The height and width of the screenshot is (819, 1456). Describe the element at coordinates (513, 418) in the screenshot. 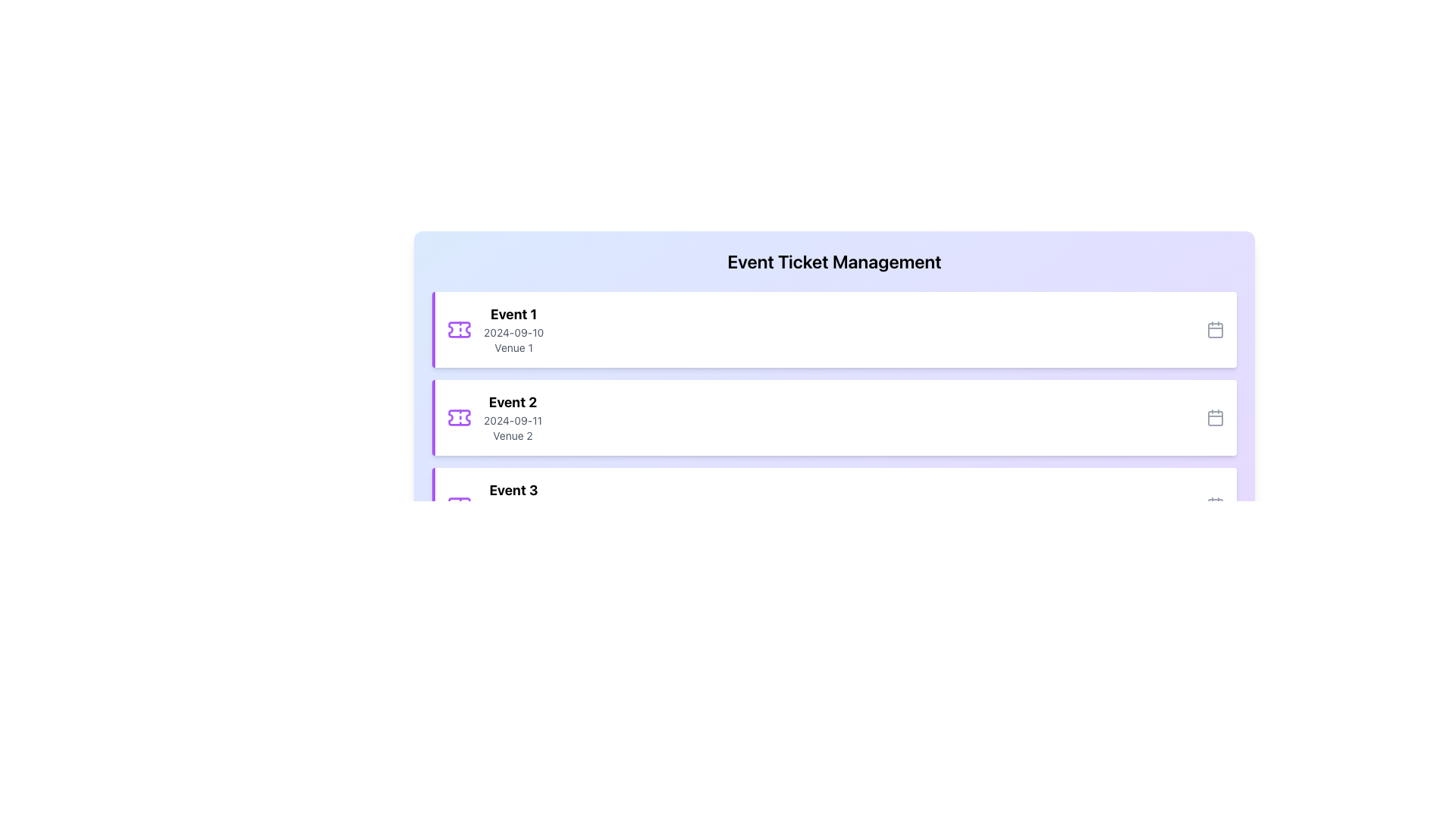

I see `the informational card displaying event details for 'Event 2', which includes the name, date, and venue information, located in the 'Event Ticket Management' section` at that location.